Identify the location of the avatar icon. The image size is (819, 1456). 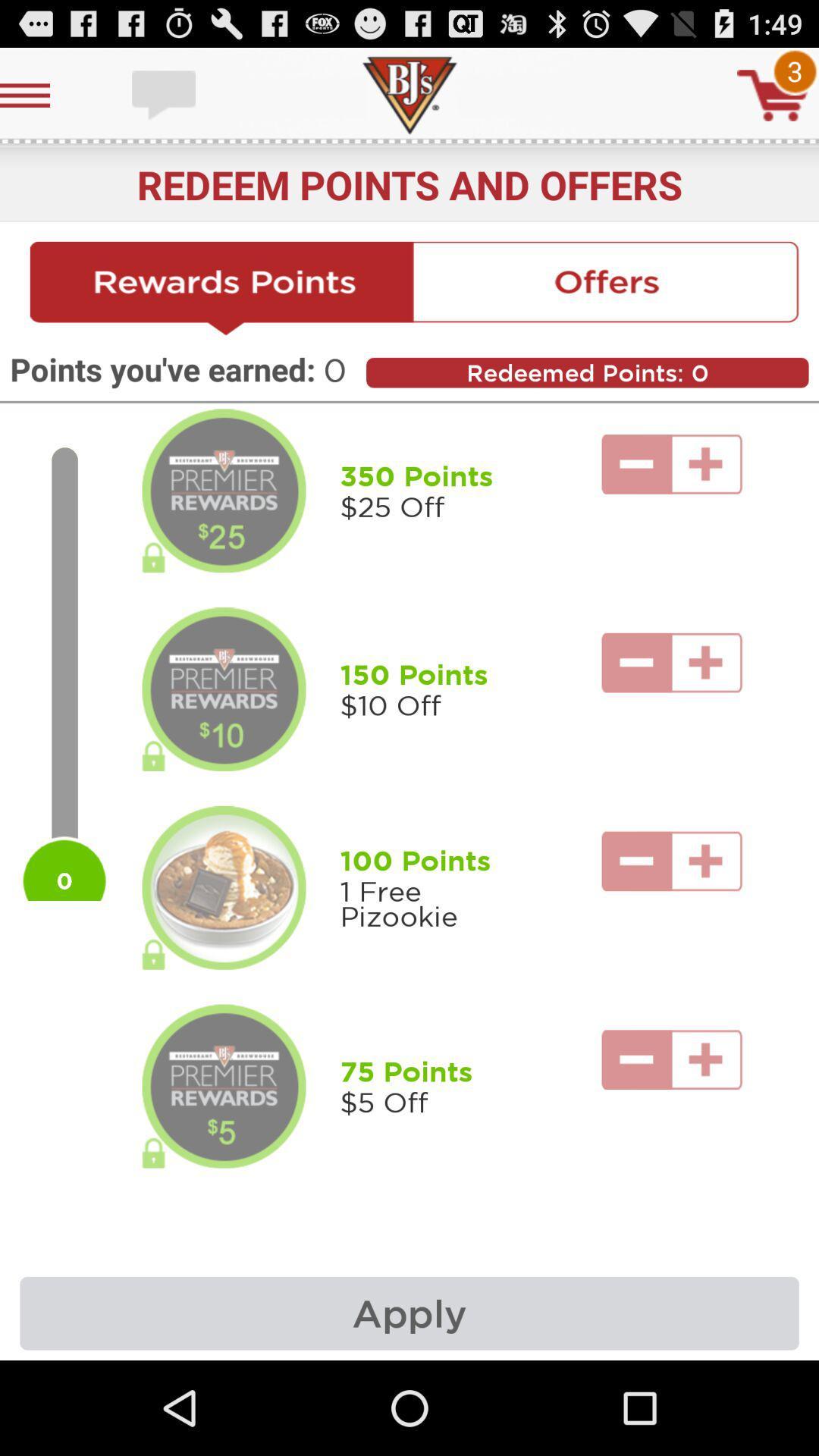
(224, 738).